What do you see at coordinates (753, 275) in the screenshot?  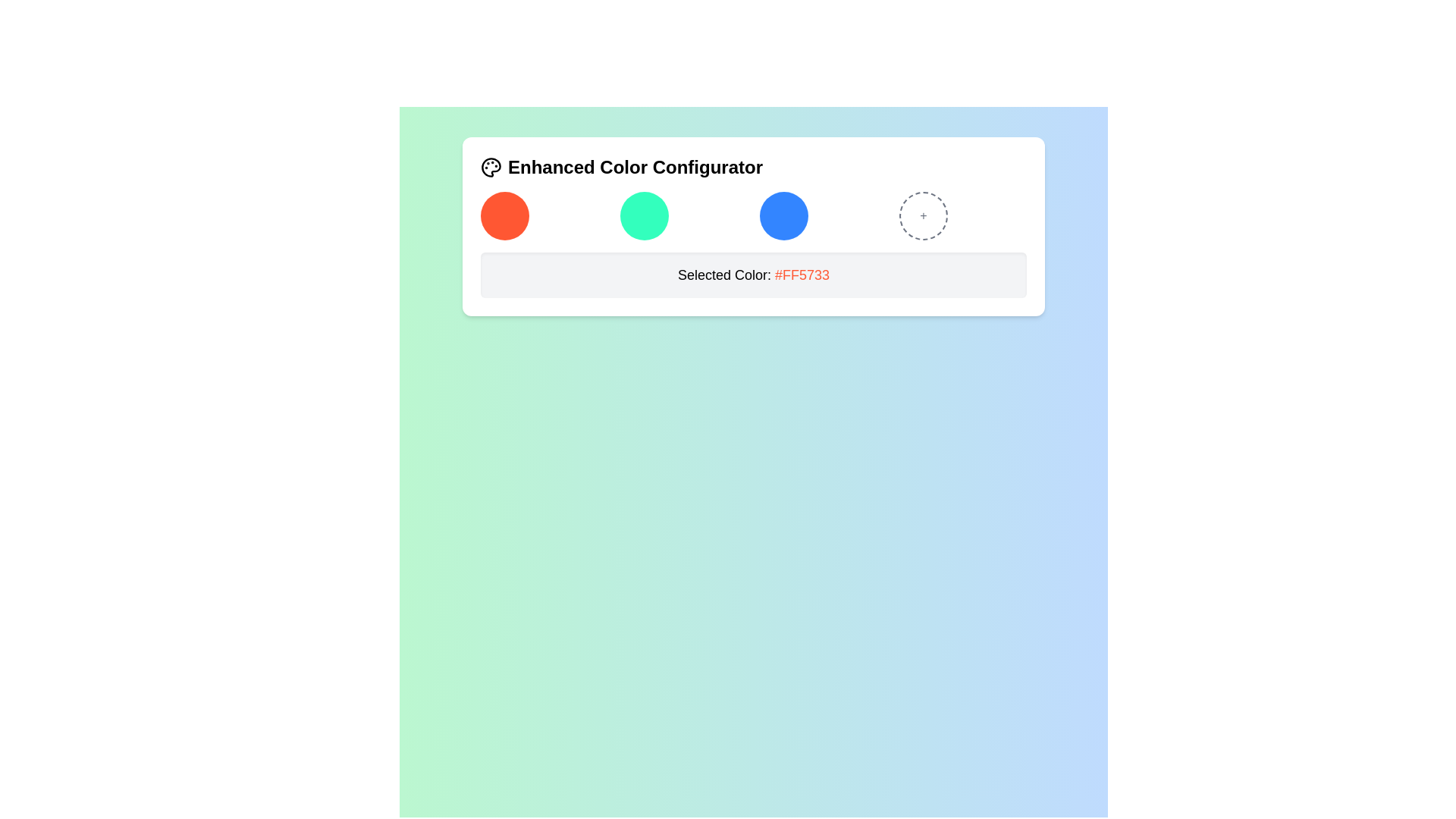 I see `the Text Display Box displaying 'Selected Color: #FF5733' with a light gray background, located beneath the color palette in the 'Enhanced Color Configurator' interface` at bounding box center [753, 275].